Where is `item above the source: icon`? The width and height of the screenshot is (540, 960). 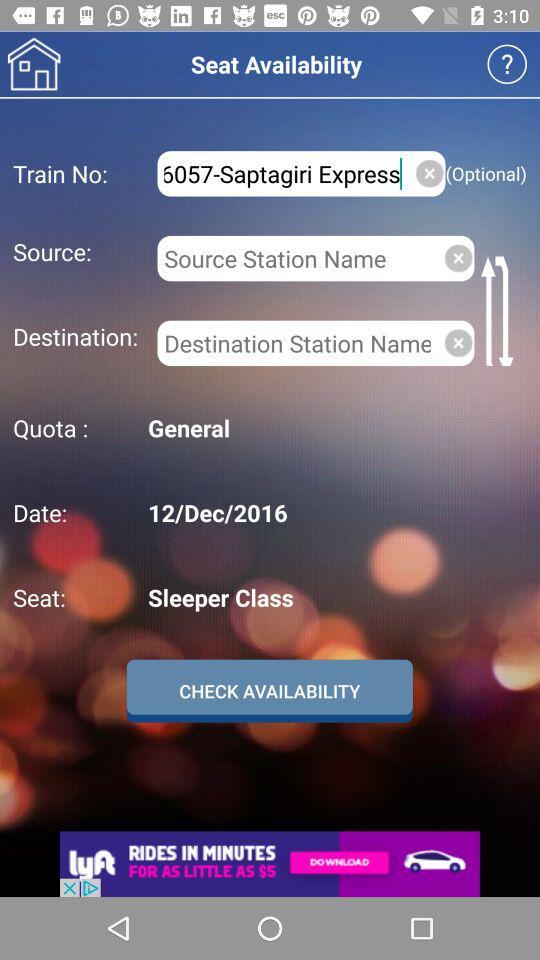
item above the source: icon is located at coordinates (281, 172).